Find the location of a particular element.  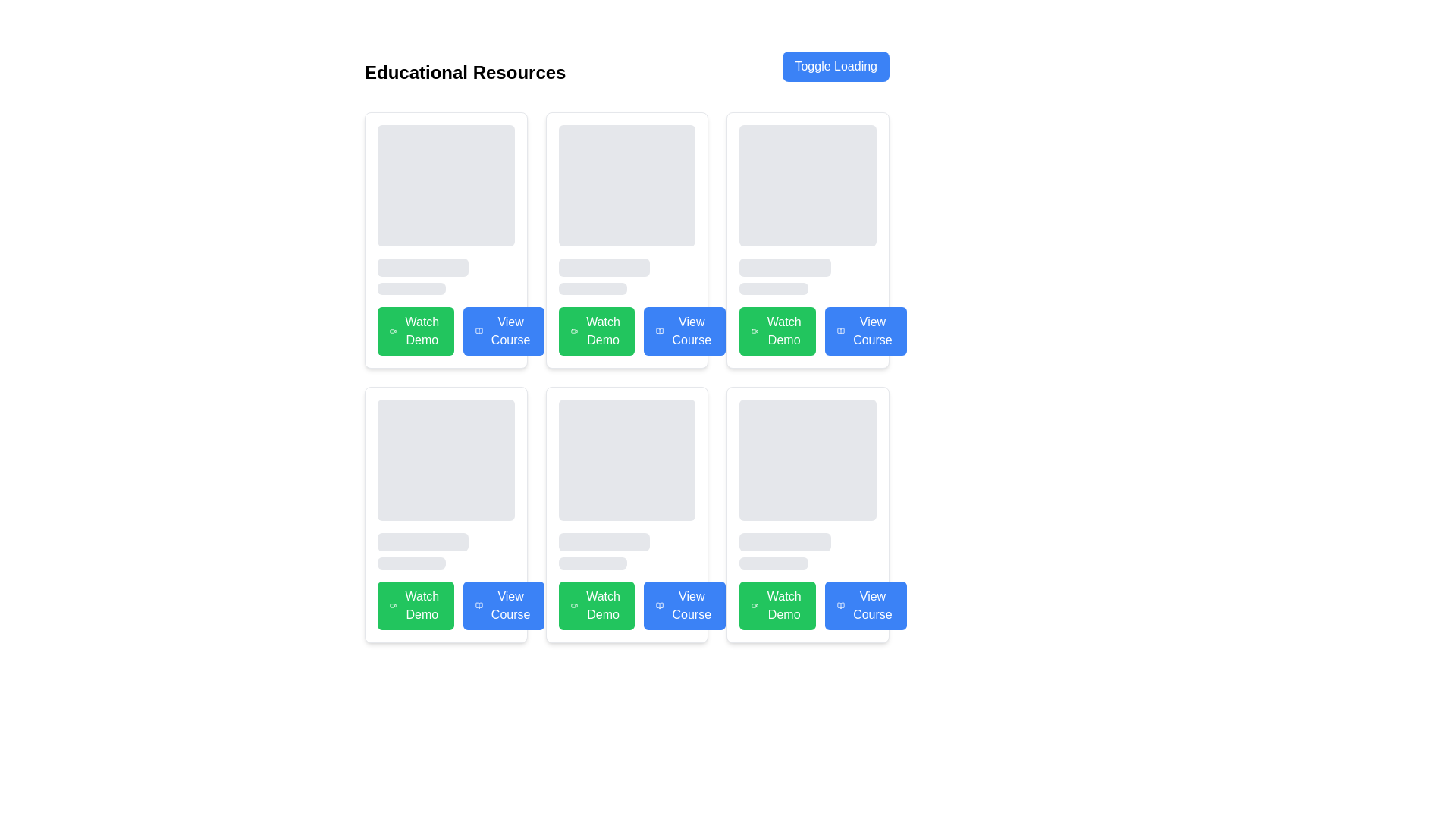

the skeleton loader bar located in the third card from the left in the top row of the grid interface, positioned below the image placeholder and above a smaller gray bar and the buttons labeled 'Watch Demo' and 'View Course' is located at coordinates (785, 267).